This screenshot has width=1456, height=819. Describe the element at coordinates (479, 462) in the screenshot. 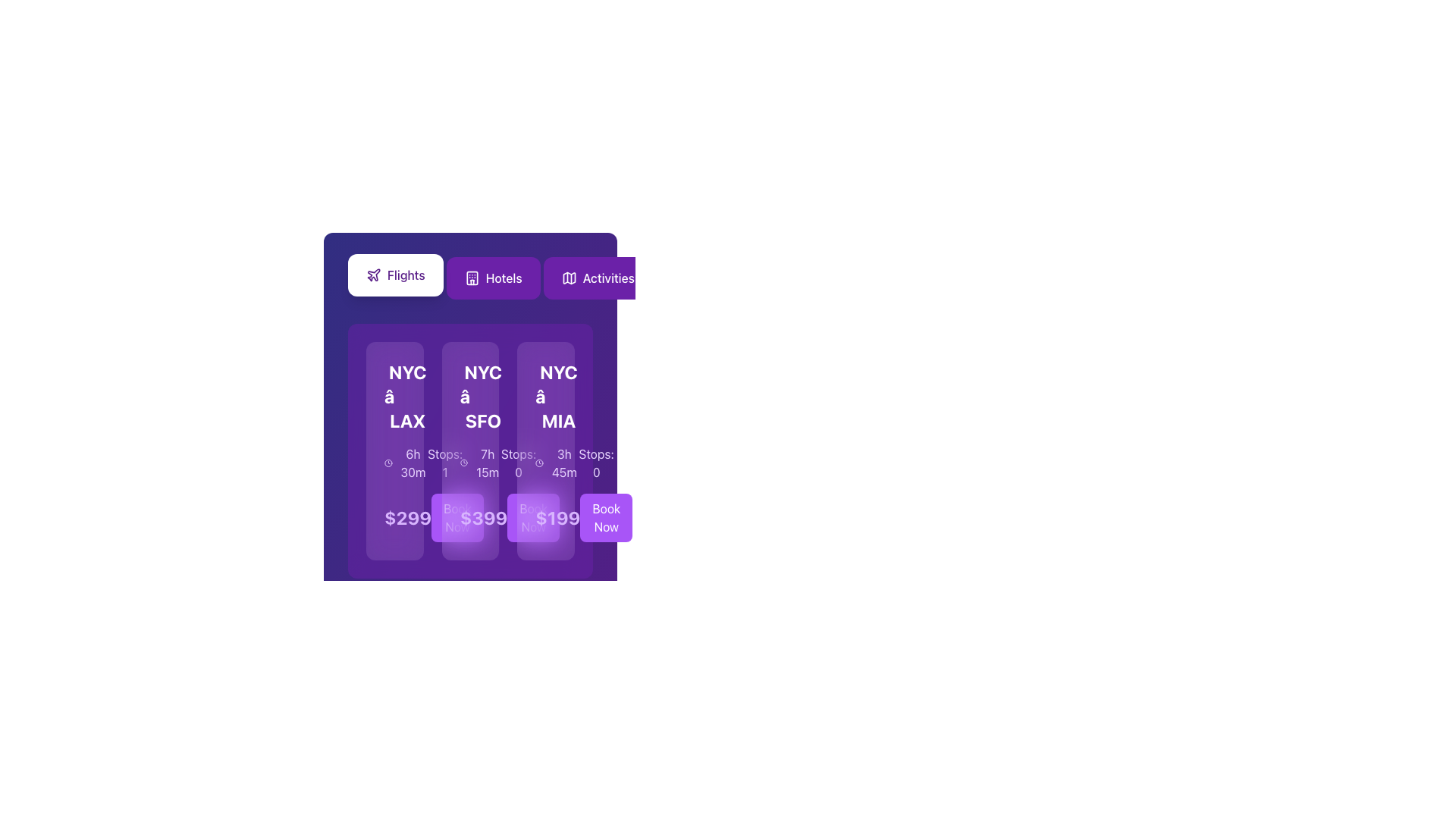

I see `time duration text '7h 15m' displayed with a purple background and accompanied by a clock icon, located under the 'NYC à SFO' column, next to the 'Stops' label and above the 'Book Now' button` at that location.